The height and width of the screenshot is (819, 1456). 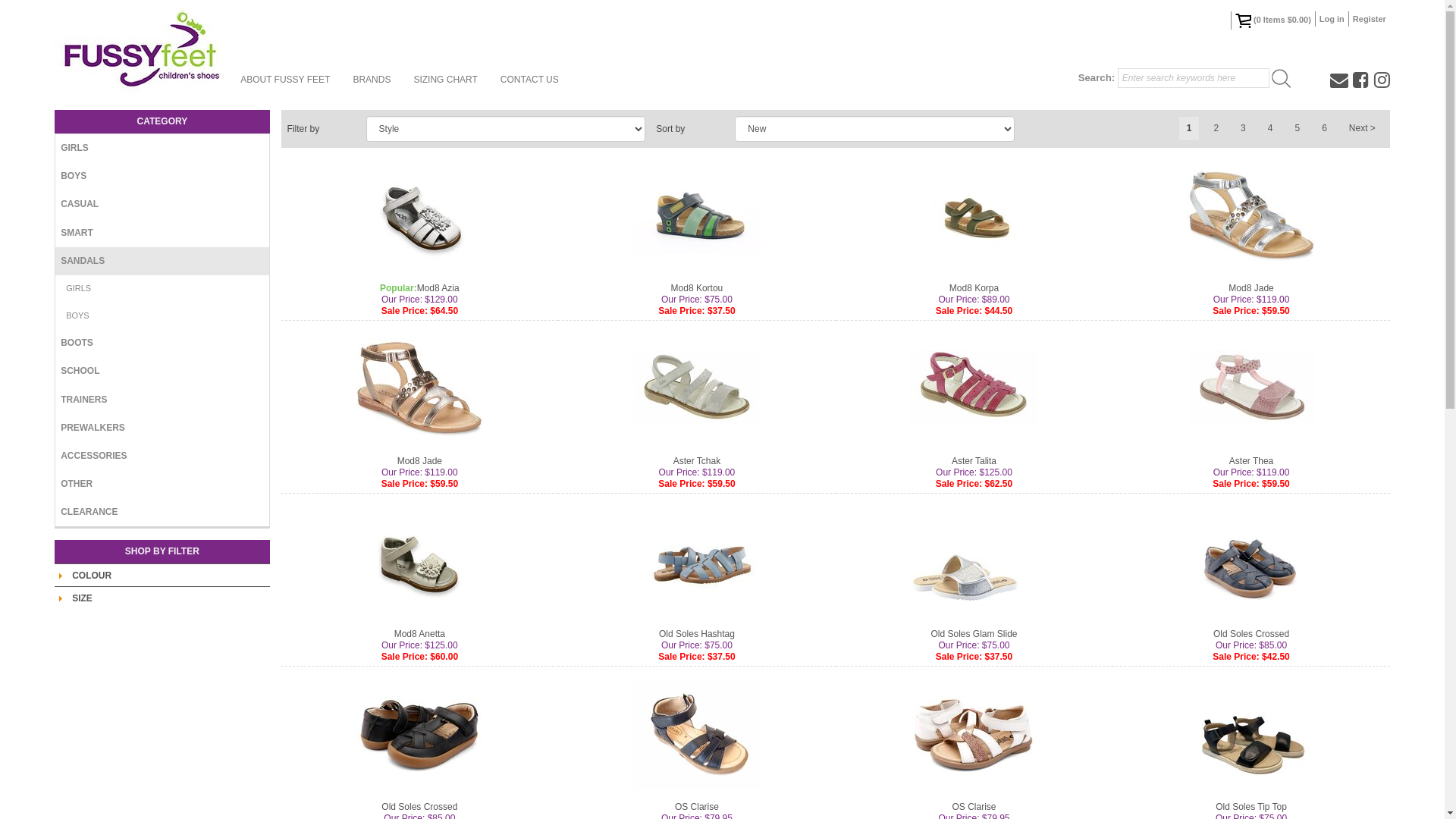 What do you see at coordinates (1296, 127) in the screenshot?
I see `'5'` at bounding box center [1296, 127].